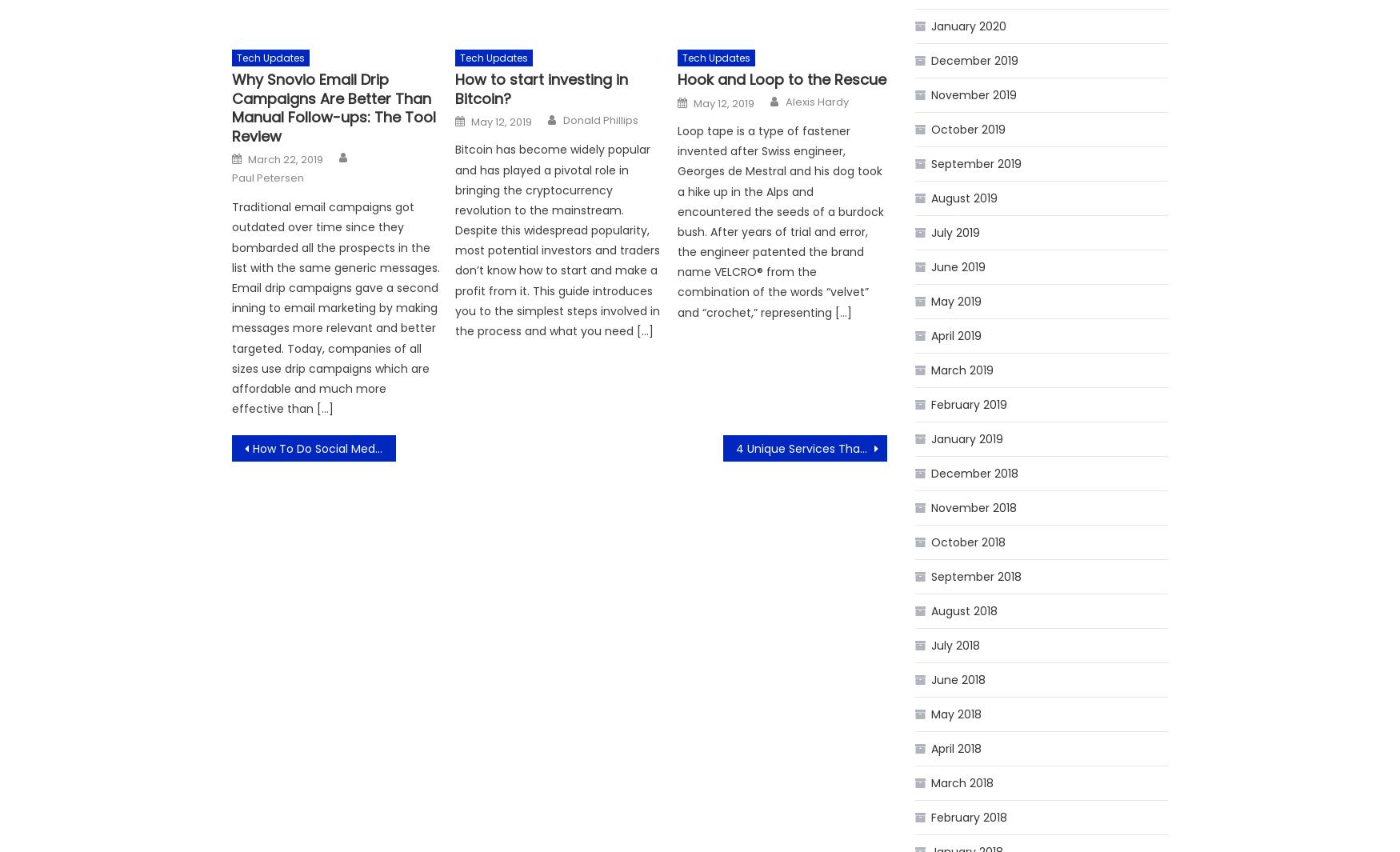  I want to click on 'May 2018', so click(956, 714).